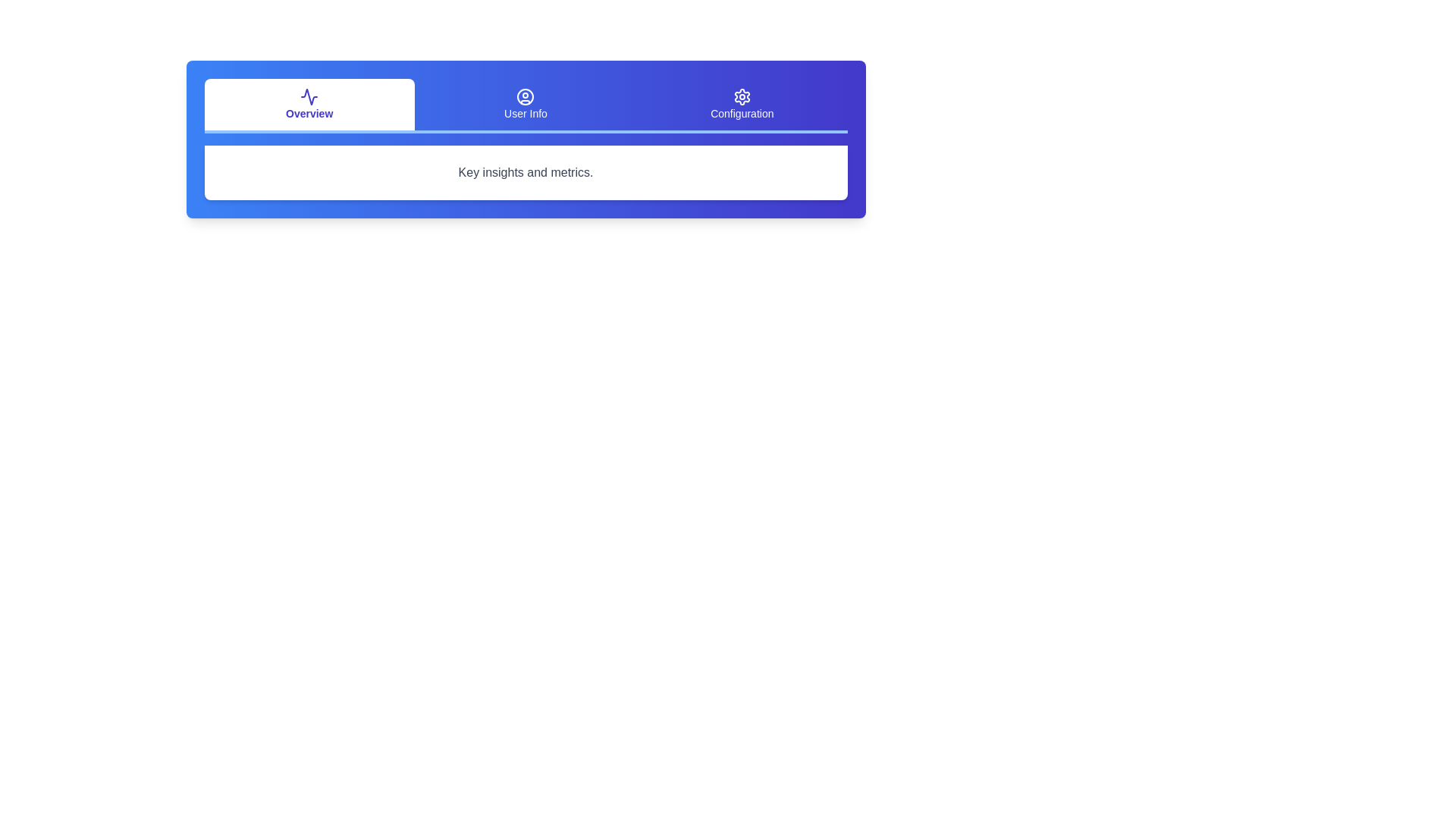 The height and width of the screenshot is (819, 1456). What do you see at coordinates (525, 104) in the screenshot?
I see `the User Info tab to select it` at bounding box center [525, 104].